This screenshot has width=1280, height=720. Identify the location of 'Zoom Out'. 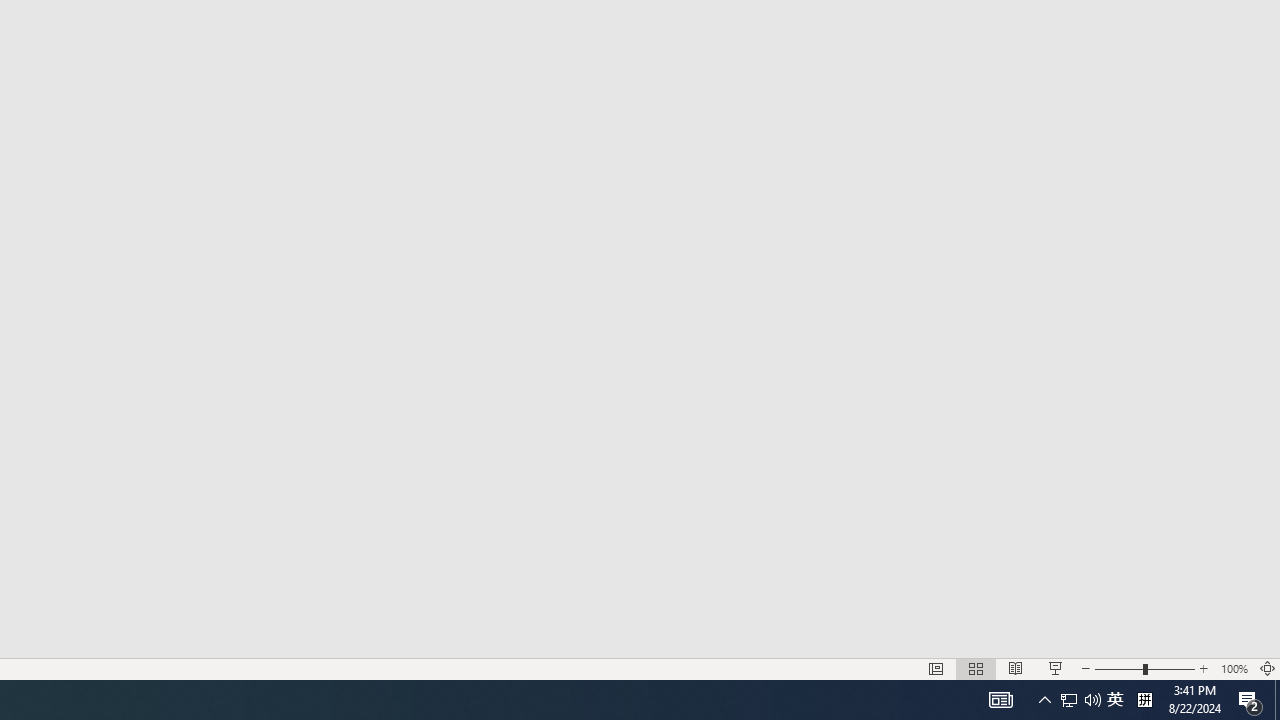
(1117, 669).